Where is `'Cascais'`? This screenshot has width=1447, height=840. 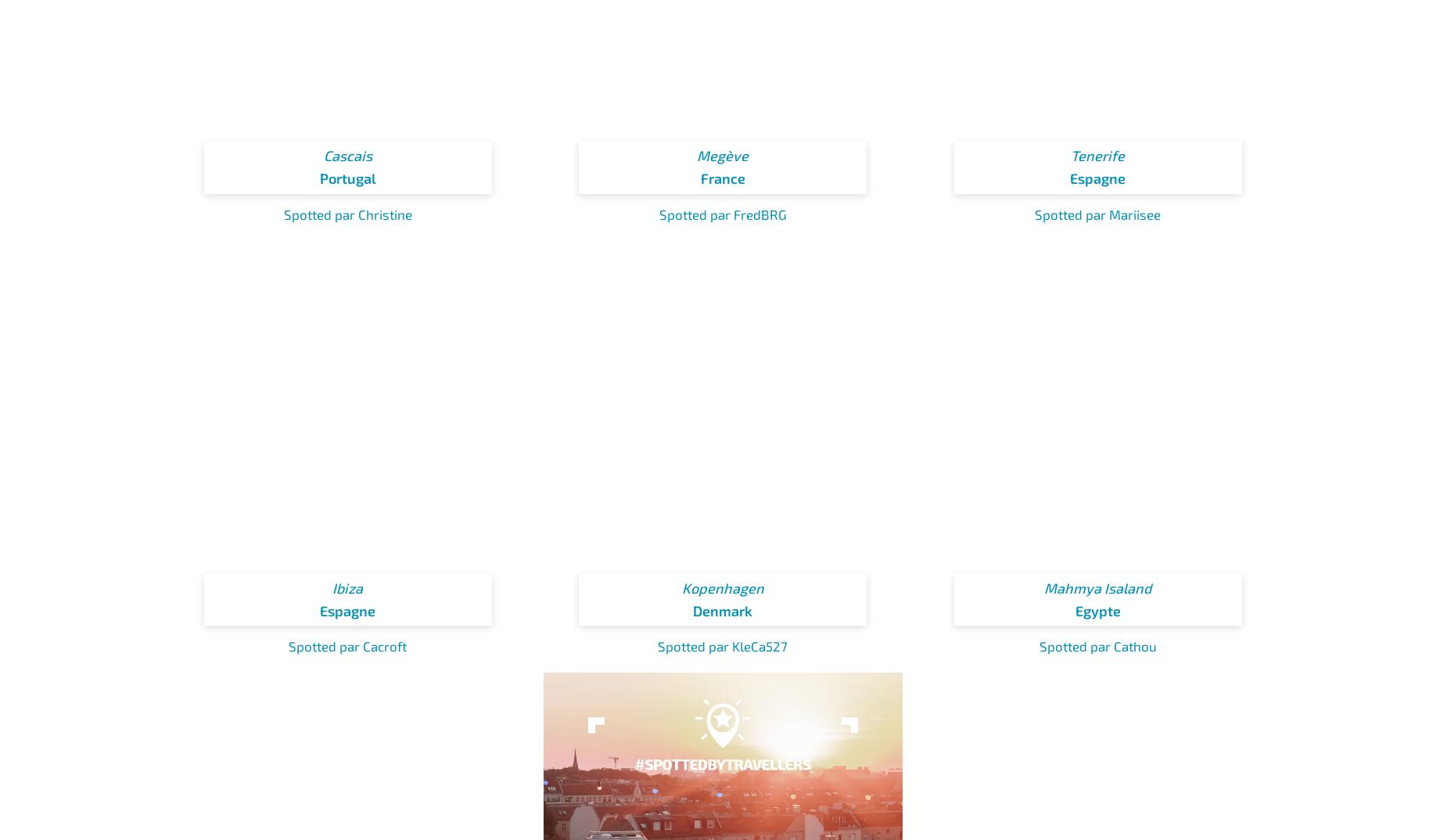 'Cascais' is located at coordinates (346, 156).